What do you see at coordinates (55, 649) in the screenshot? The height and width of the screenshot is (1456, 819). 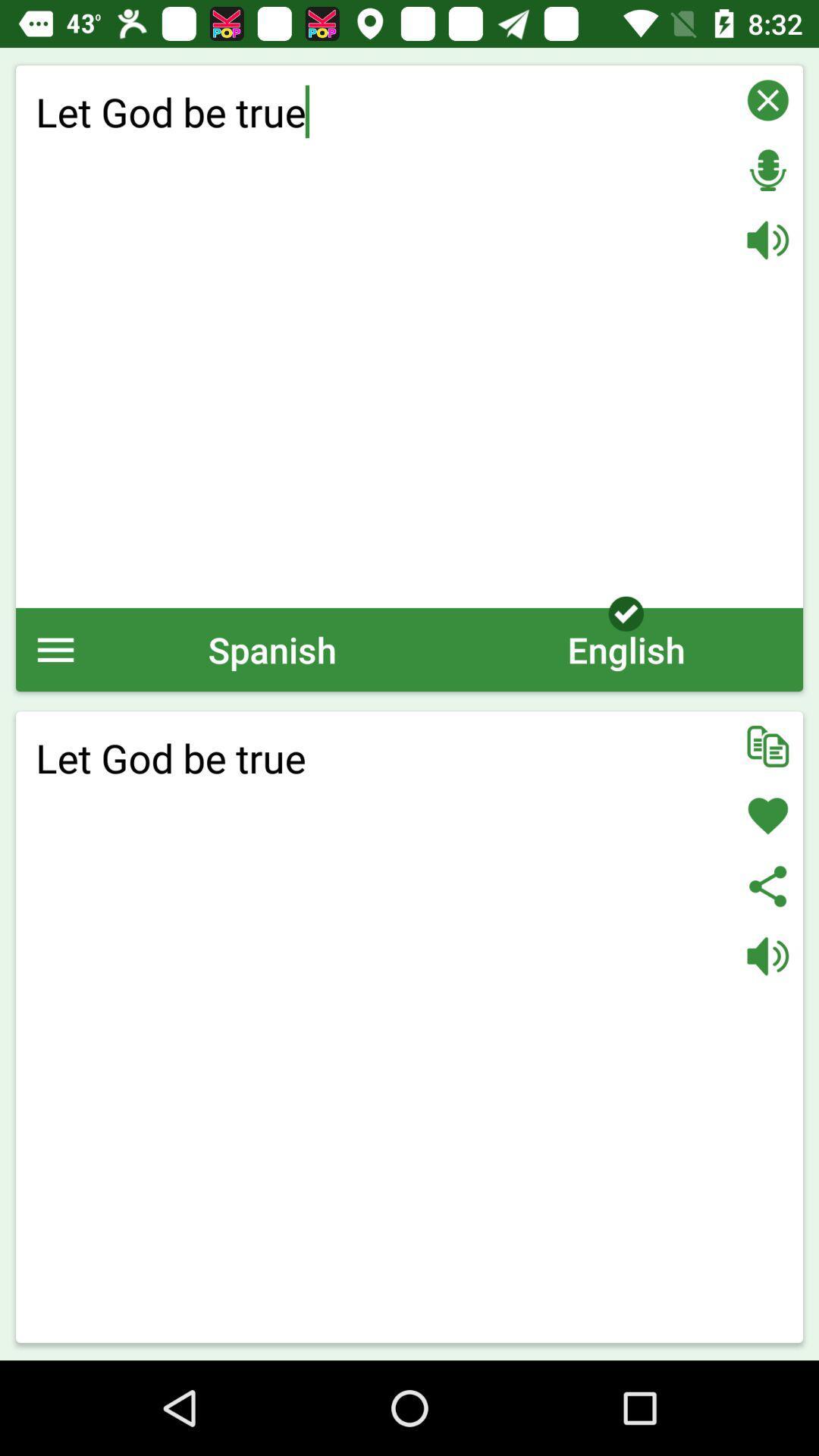 I see `the icon below let god be item` at bounding box center [55, 649].